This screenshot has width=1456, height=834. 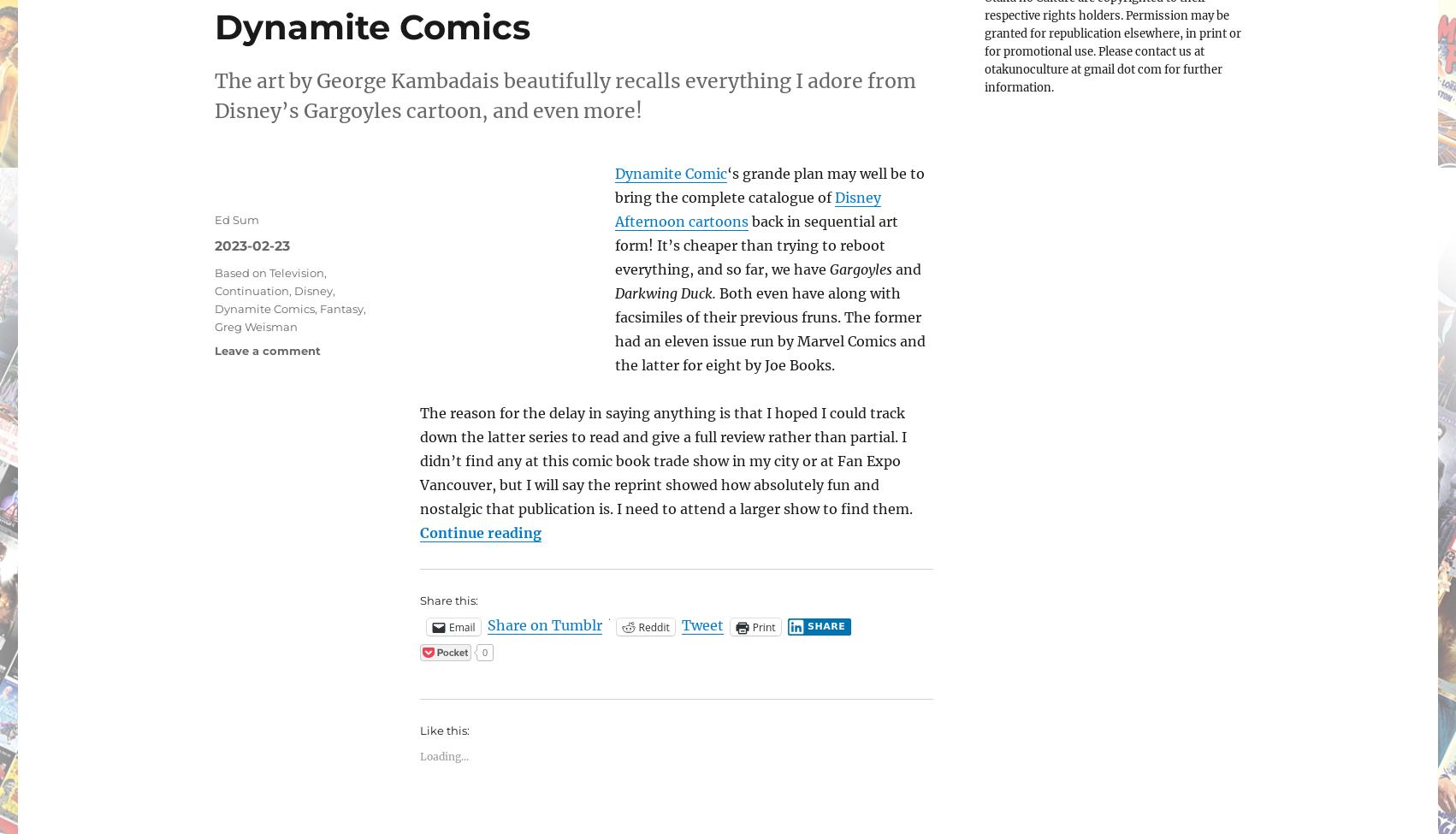 What do you see at coordinates (313, 289) in the screenshot?
I see `'Disney'` at bounding box center [313, 289].